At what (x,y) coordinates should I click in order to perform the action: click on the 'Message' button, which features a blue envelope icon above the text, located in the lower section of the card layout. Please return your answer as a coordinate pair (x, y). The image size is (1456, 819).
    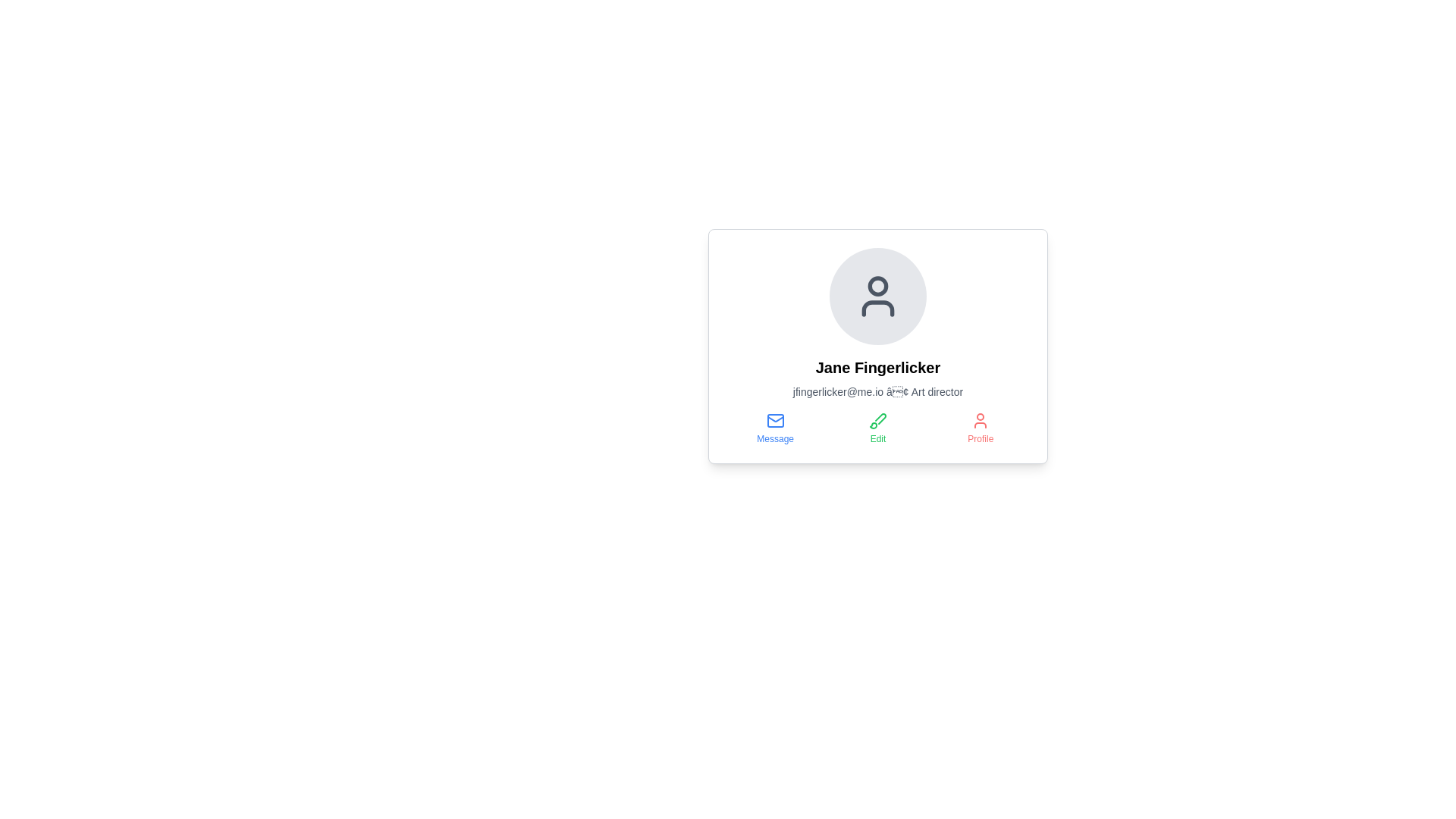
    Looking at the image, I should click on (775, 428).